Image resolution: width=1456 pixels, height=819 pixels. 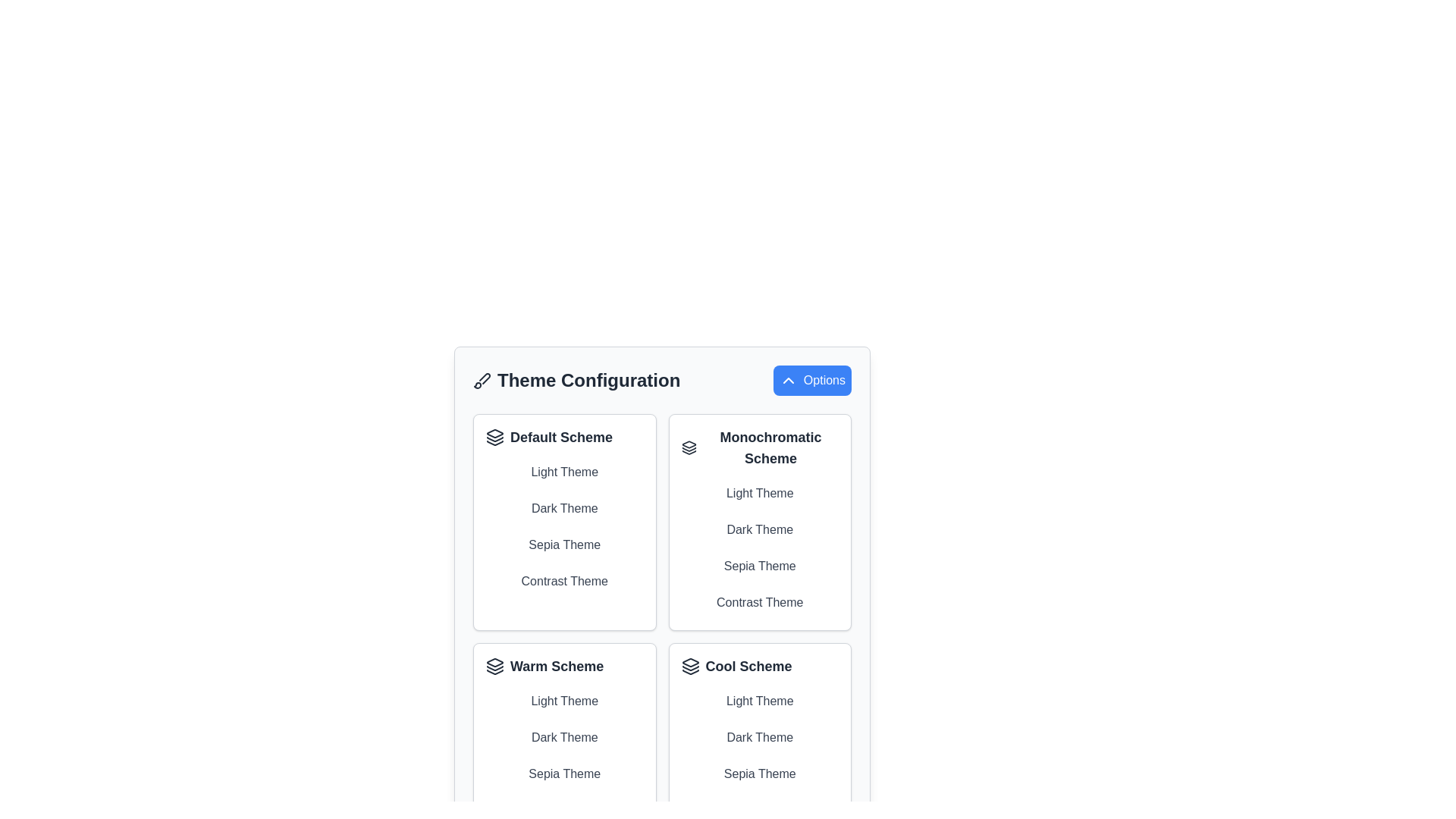 I want to click on the 'Sepia Theme' text label, which is the third item in the vertical list of theme options within the 'Cool Scheme' section, so click(x=760, y=774).